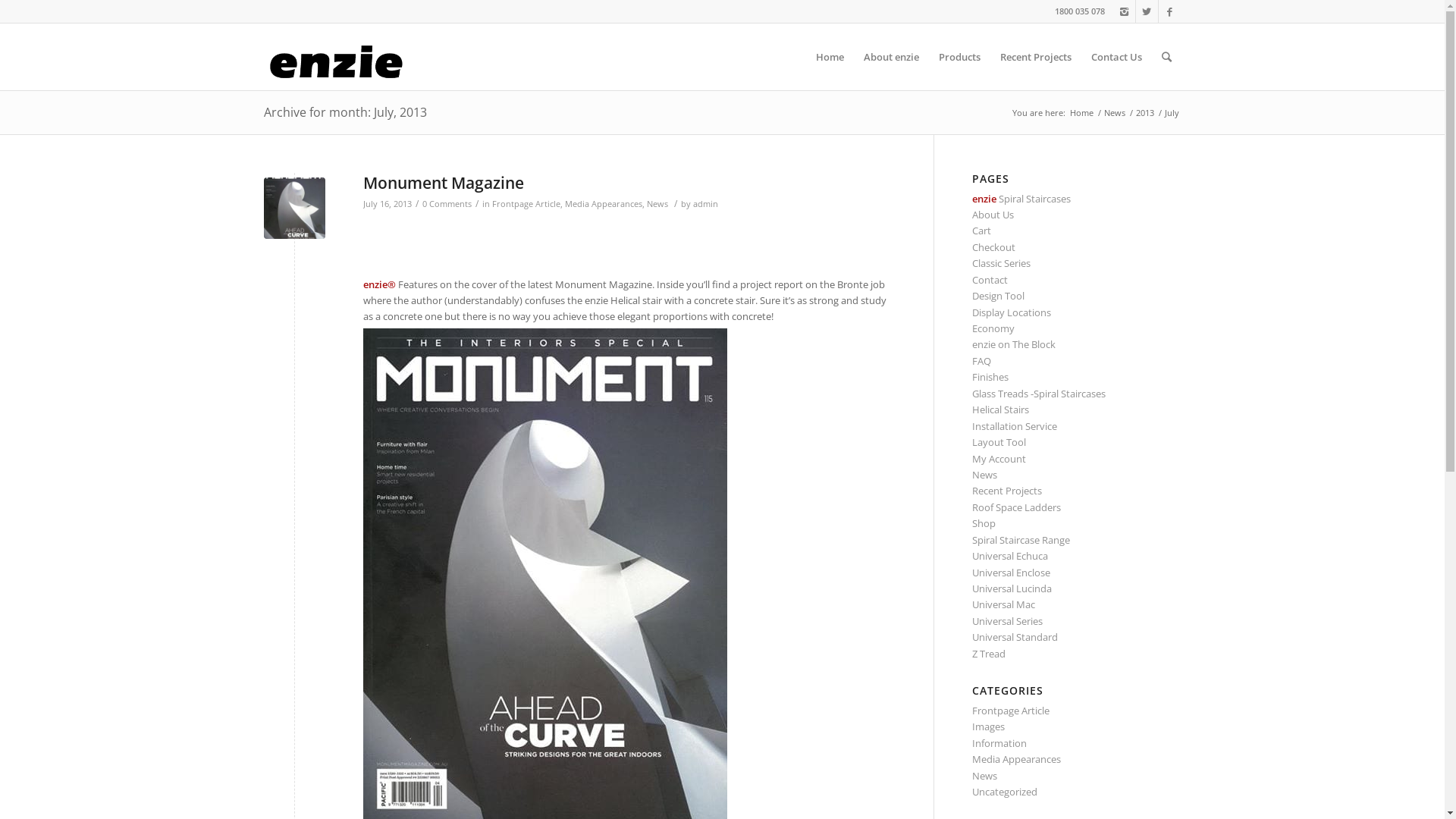 This screenshot has height=819, width=1456. What do you see at coordinates (1012, 312) in the screenshot?
I see `'Display Locations'` at bounding box center [1012, 312].